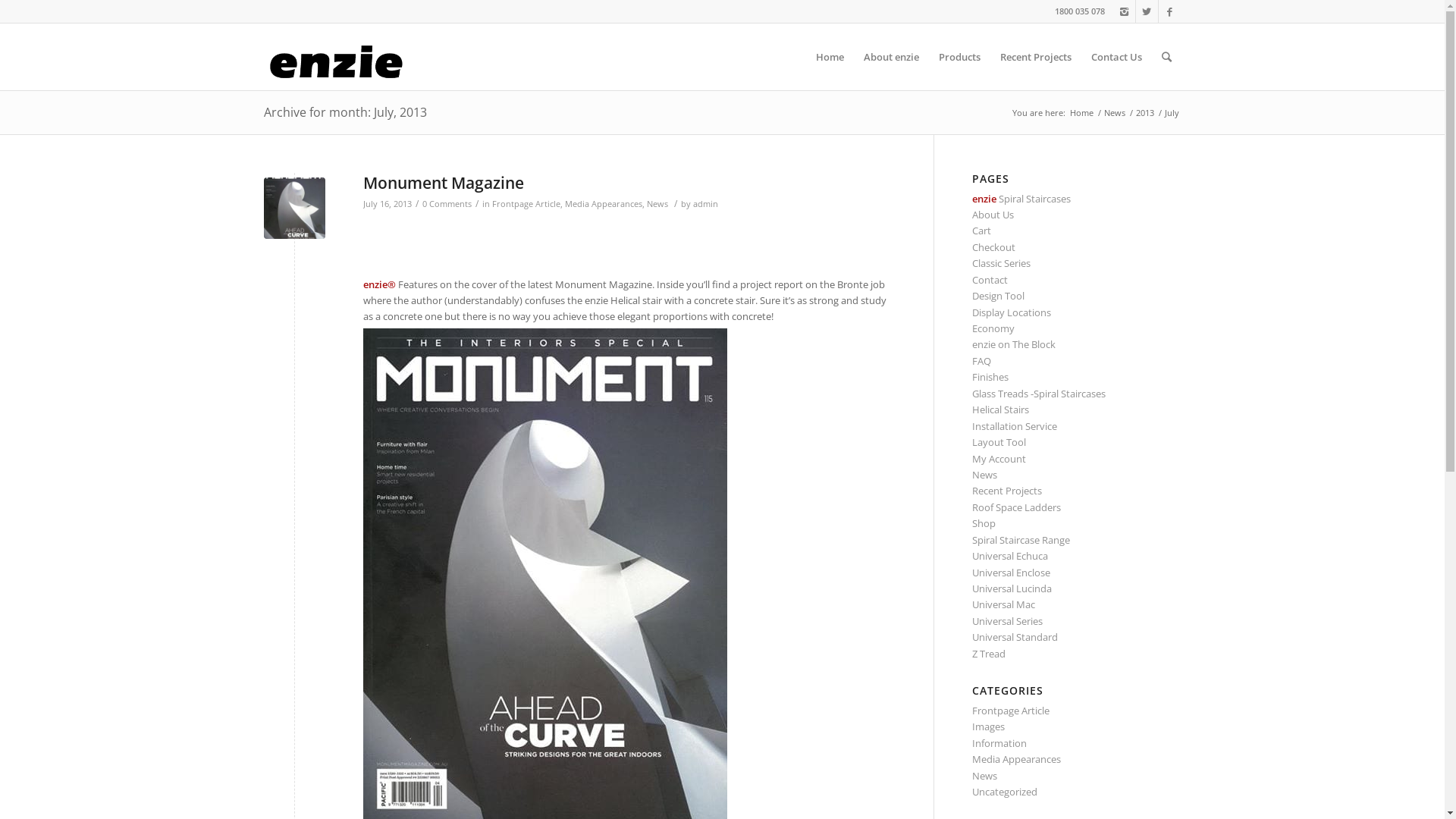 This screenshot has height=819, width=1456. What do you see at coordinates (1012, 312) in the screenshot?
I see `'Display Locations'` at bounding box center [1012, 312].